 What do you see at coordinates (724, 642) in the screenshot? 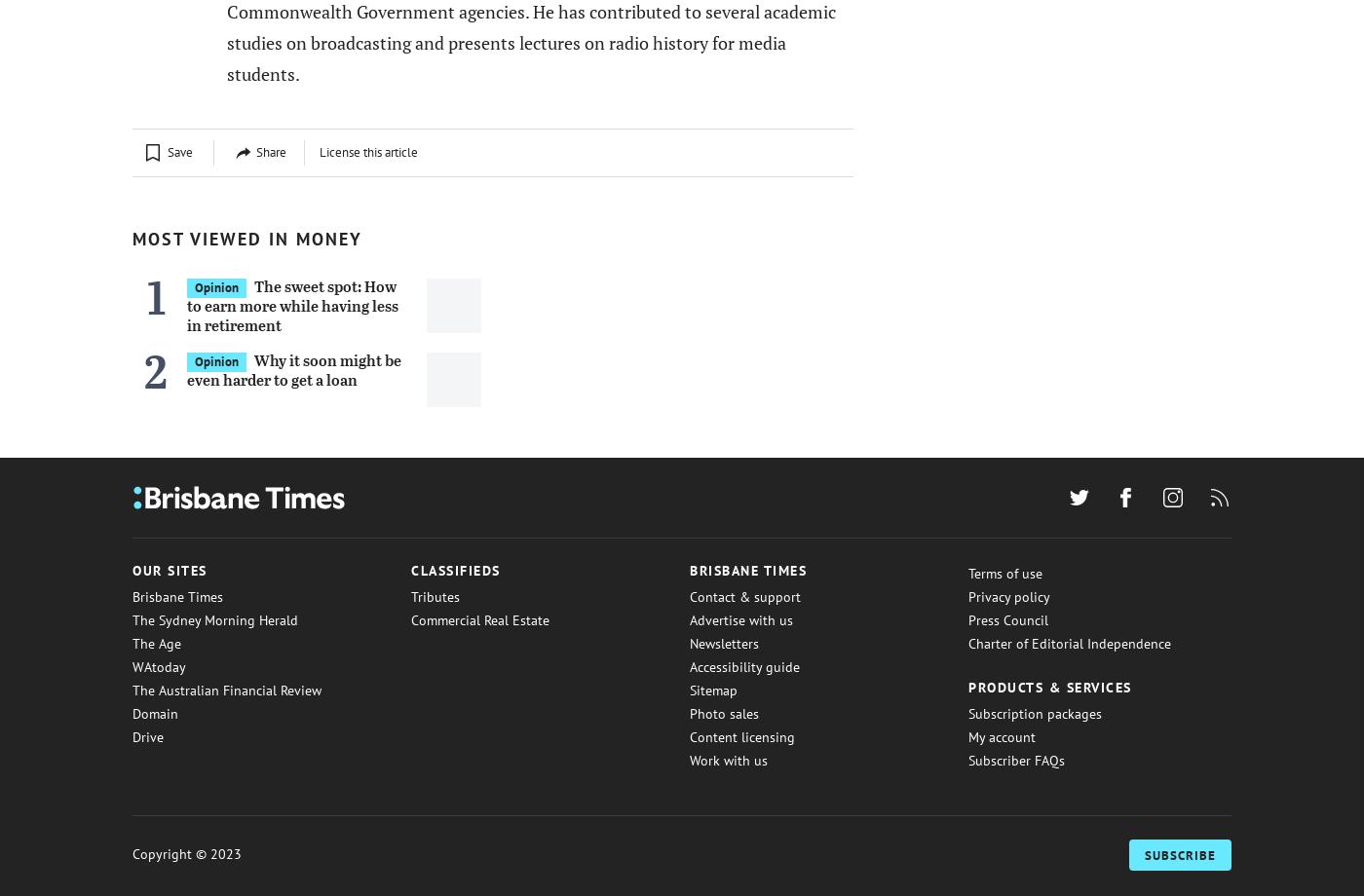
I see `'Newsletters'` at bounding box center [724, 642].